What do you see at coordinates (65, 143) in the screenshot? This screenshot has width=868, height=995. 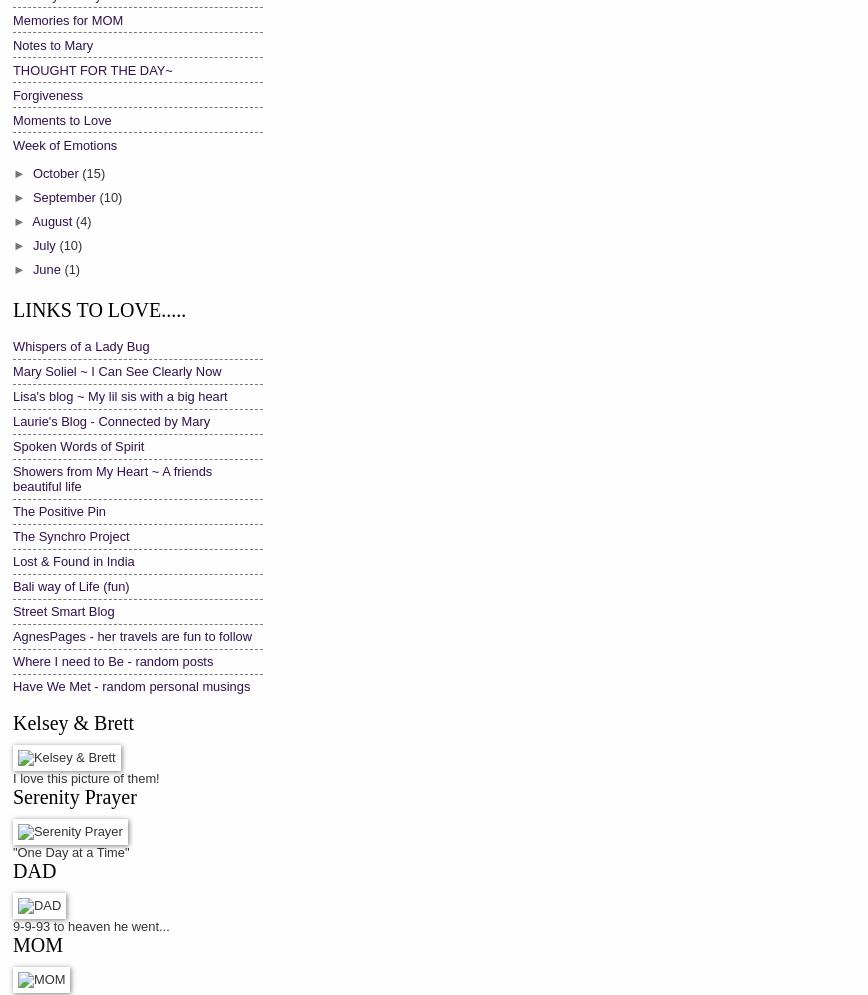 I see `'Week of Emotions'` at bounding box center [65, 143].